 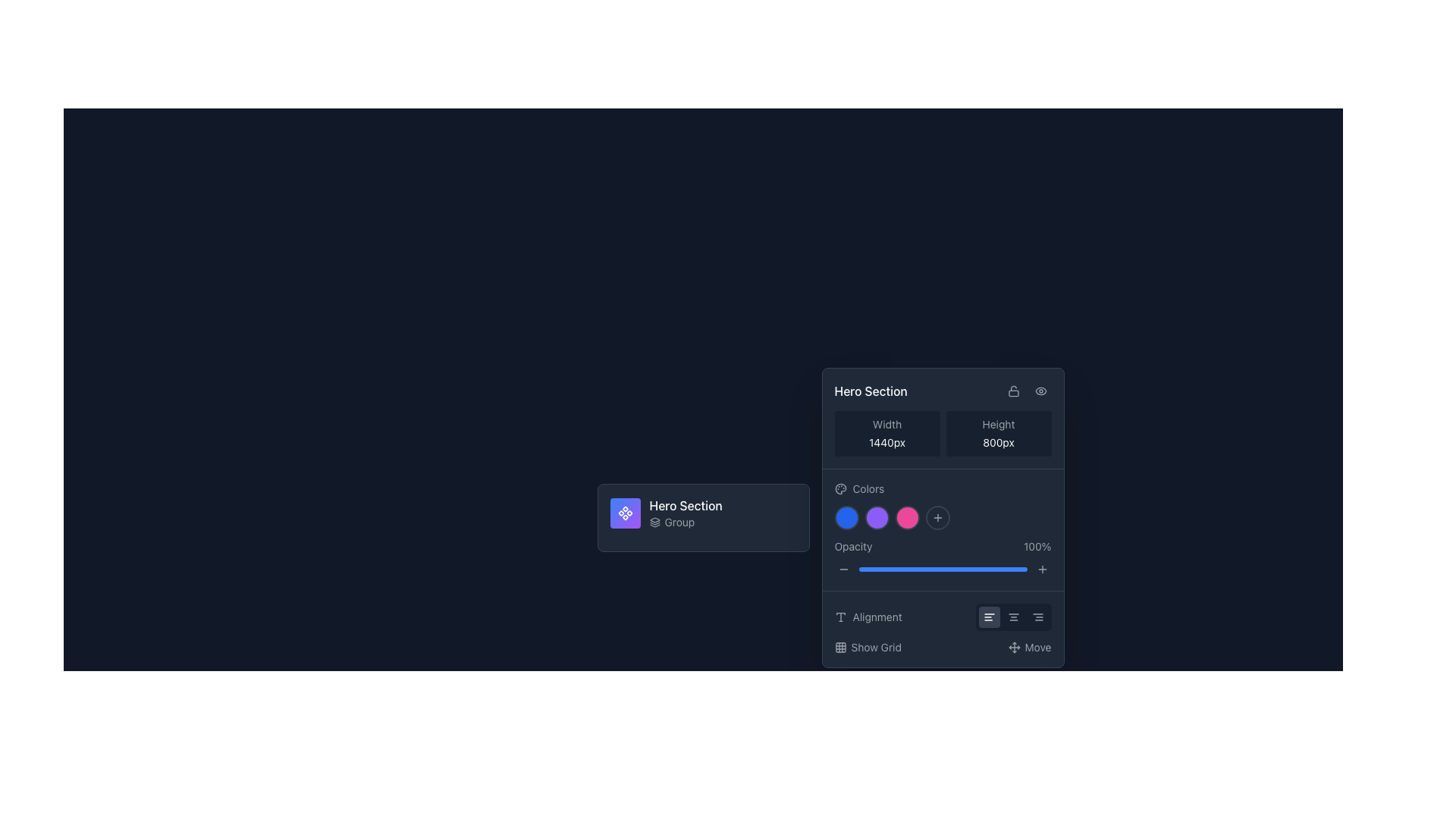 I want to click on the Icon button located at the bottom-right of the visible section, so click(x=1041, y=570).